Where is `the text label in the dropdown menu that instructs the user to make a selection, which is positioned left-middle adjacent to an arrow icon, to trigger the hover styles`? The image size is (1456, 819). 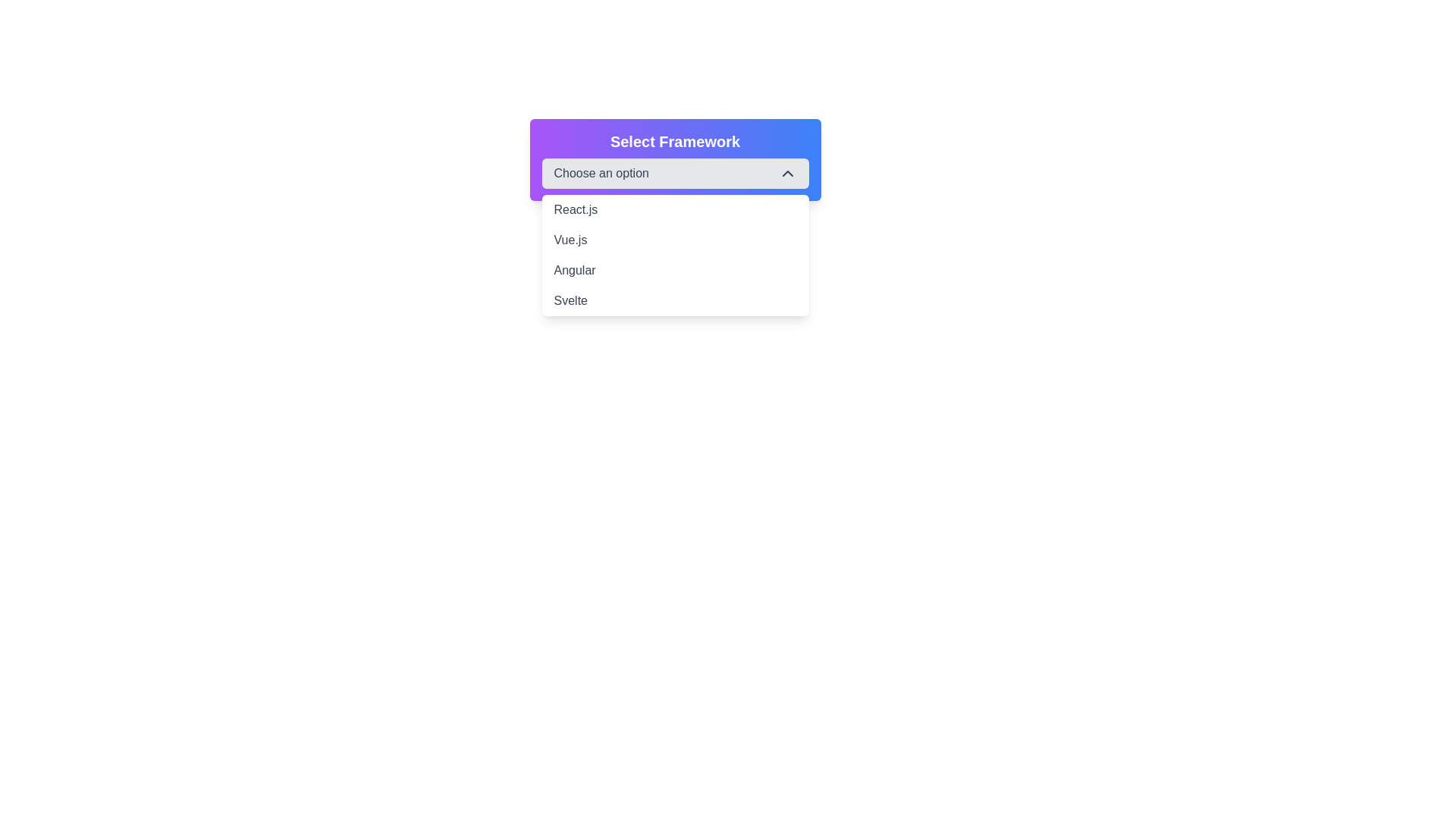 the text label in the dropdown menu that instructs the user to make a selection, which is positioned left-middle adjacent to an arrow icon, to trigger the hover styles is located at coordinates (601, 172).